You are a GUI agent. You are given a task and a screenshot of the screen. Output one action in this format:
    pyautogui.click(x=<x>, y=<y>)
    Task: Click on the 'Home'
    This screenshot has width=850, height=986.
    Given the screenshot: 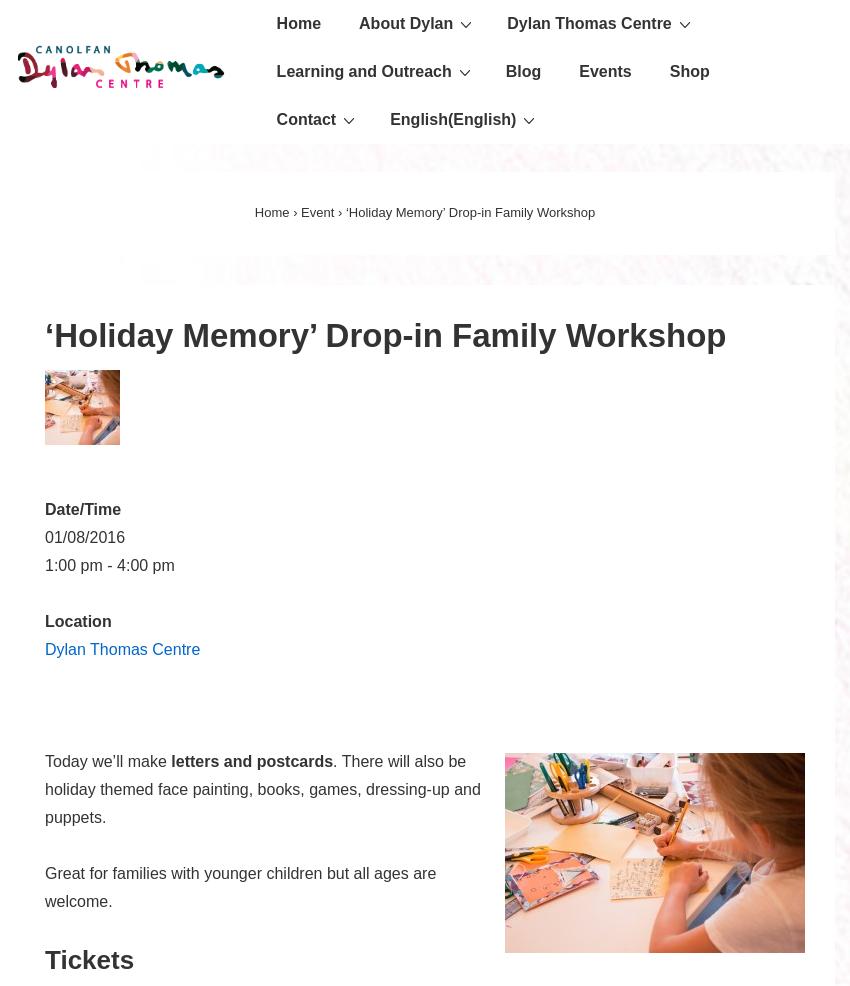 What is the action you would take?
    pyautogui.click(x=270, y=211)
    